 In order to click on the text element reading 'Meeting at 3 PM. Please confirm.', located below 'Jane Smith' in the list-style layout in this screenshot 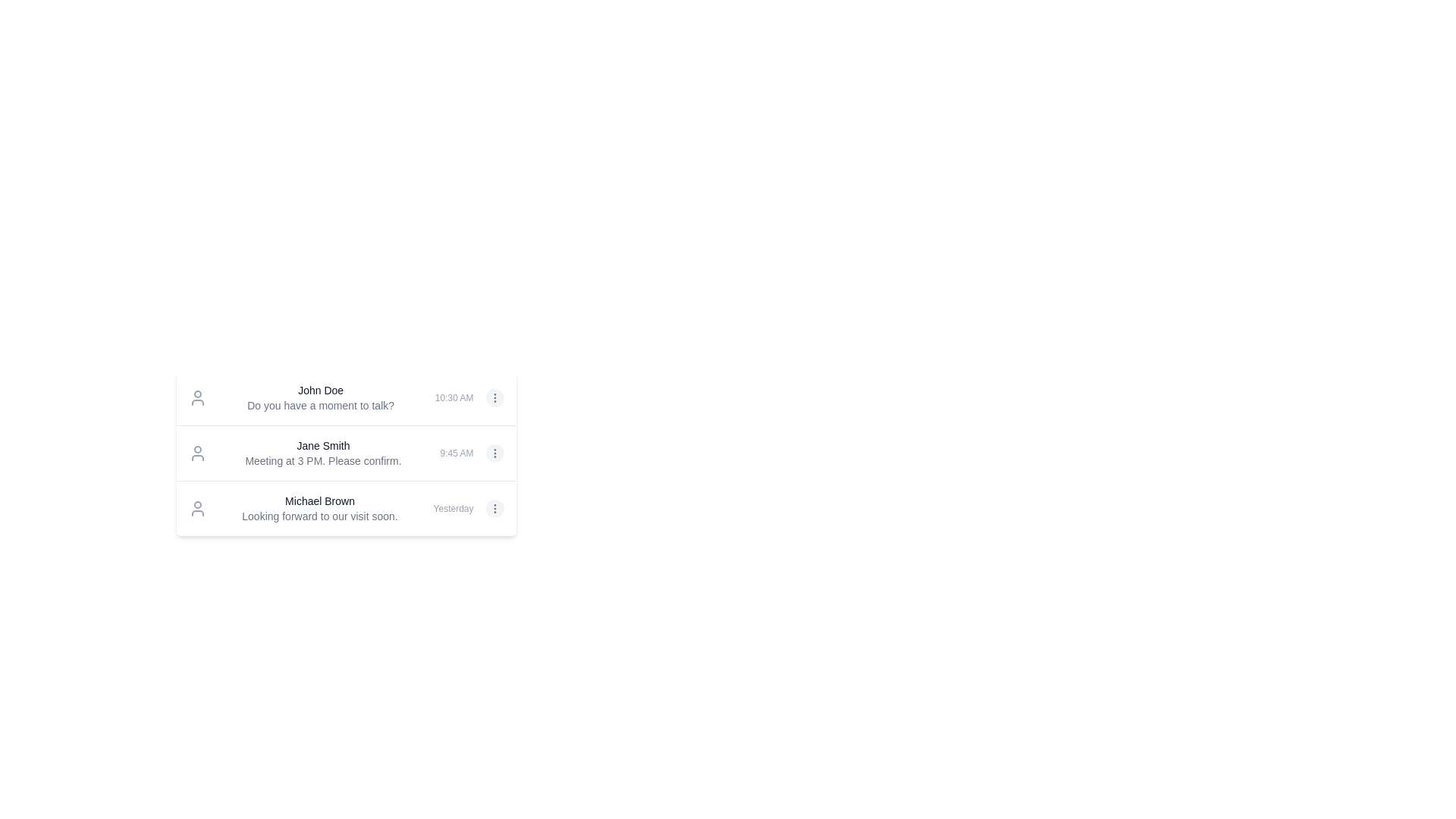, I will do `click(322, 460)`.